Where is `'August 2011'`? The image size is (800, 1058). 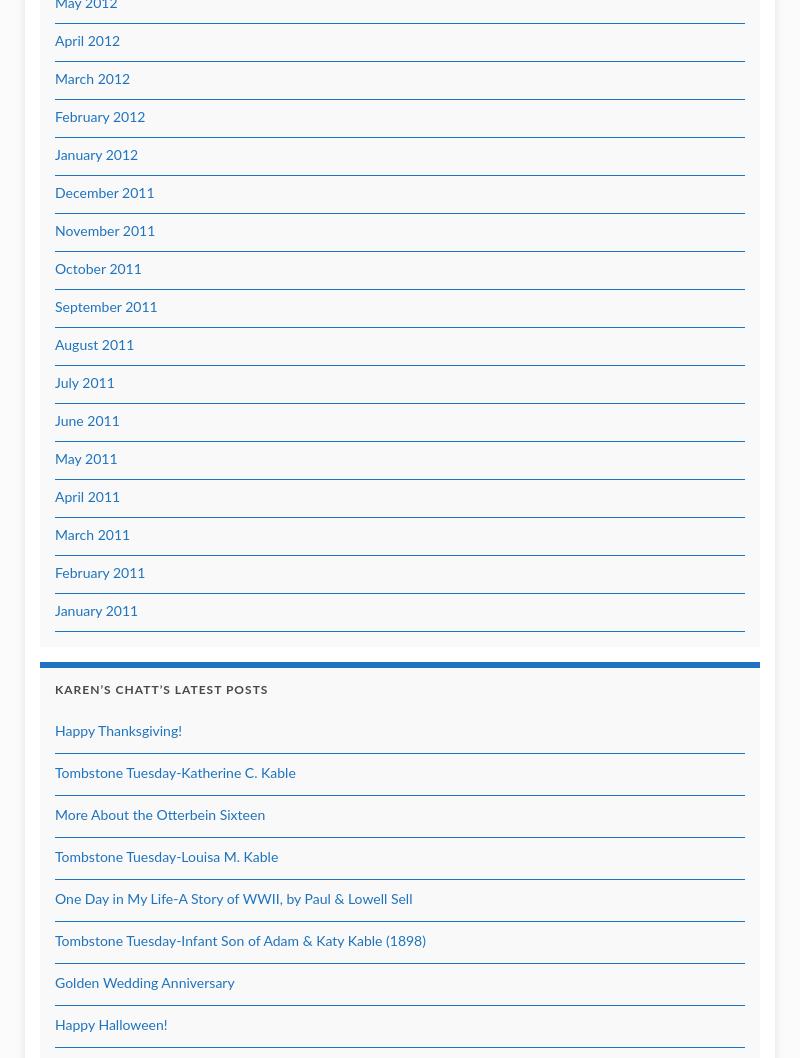 'August 2011' is located at coordinates (94, 344).